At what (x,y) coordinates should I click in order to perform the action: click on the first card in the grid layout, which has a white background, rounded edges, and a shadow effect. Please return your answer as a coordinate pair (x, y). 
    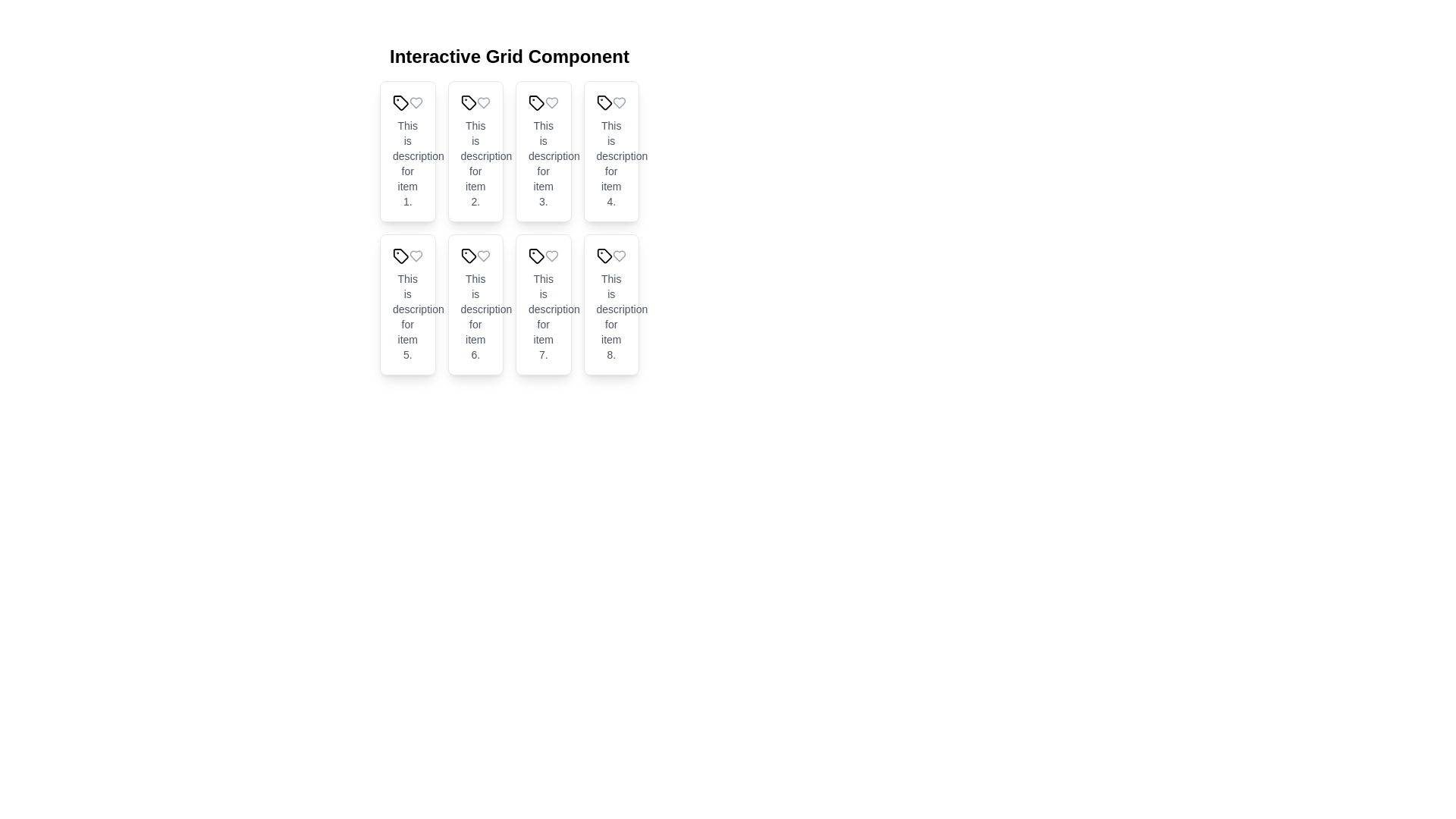
    Looking at the image, I should click on (407, 152).